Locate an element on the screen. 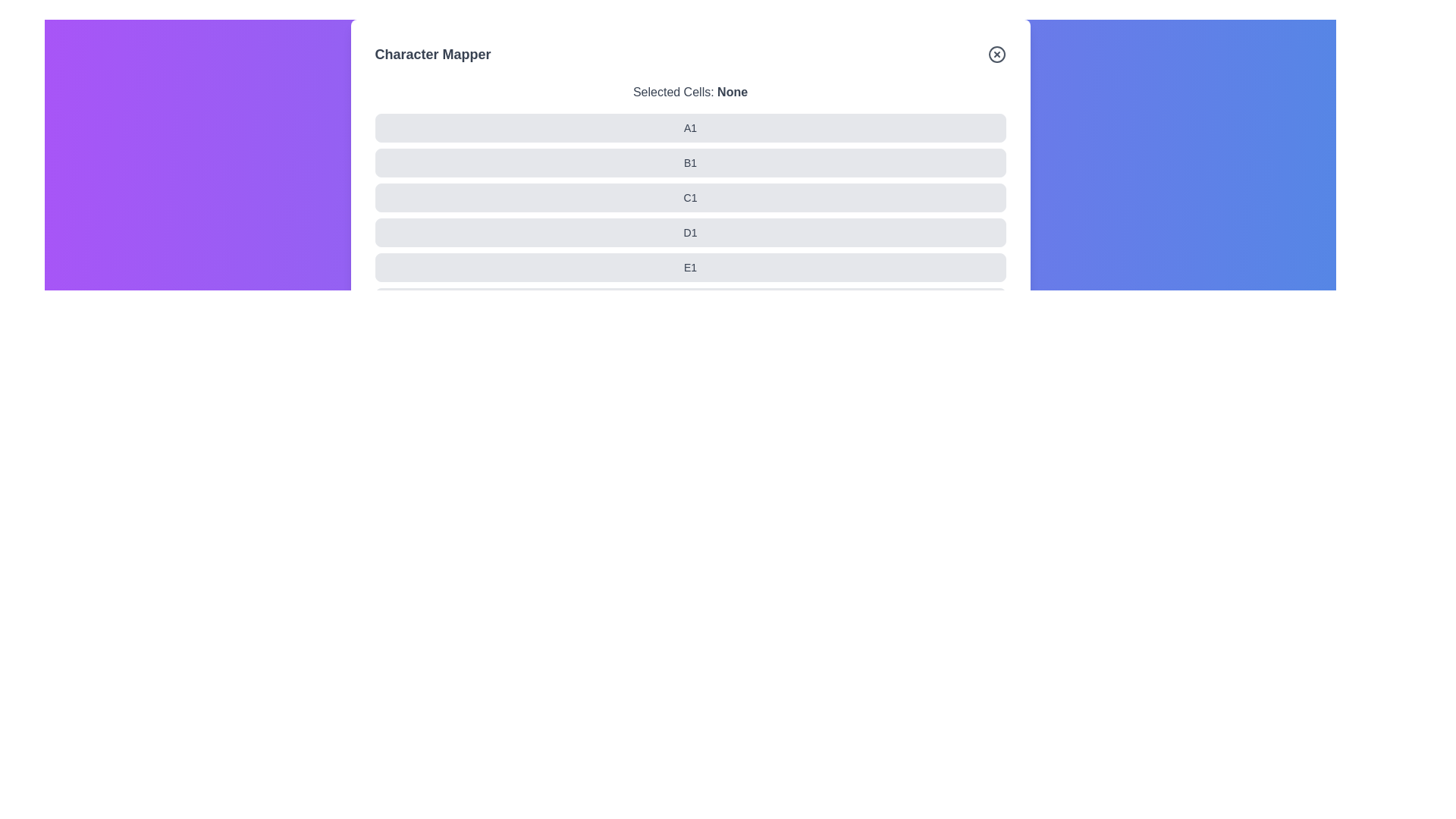 This screenshot has height=819, width=1456. the cell labeled C1 in the grid is located at coordinates (375, 197).